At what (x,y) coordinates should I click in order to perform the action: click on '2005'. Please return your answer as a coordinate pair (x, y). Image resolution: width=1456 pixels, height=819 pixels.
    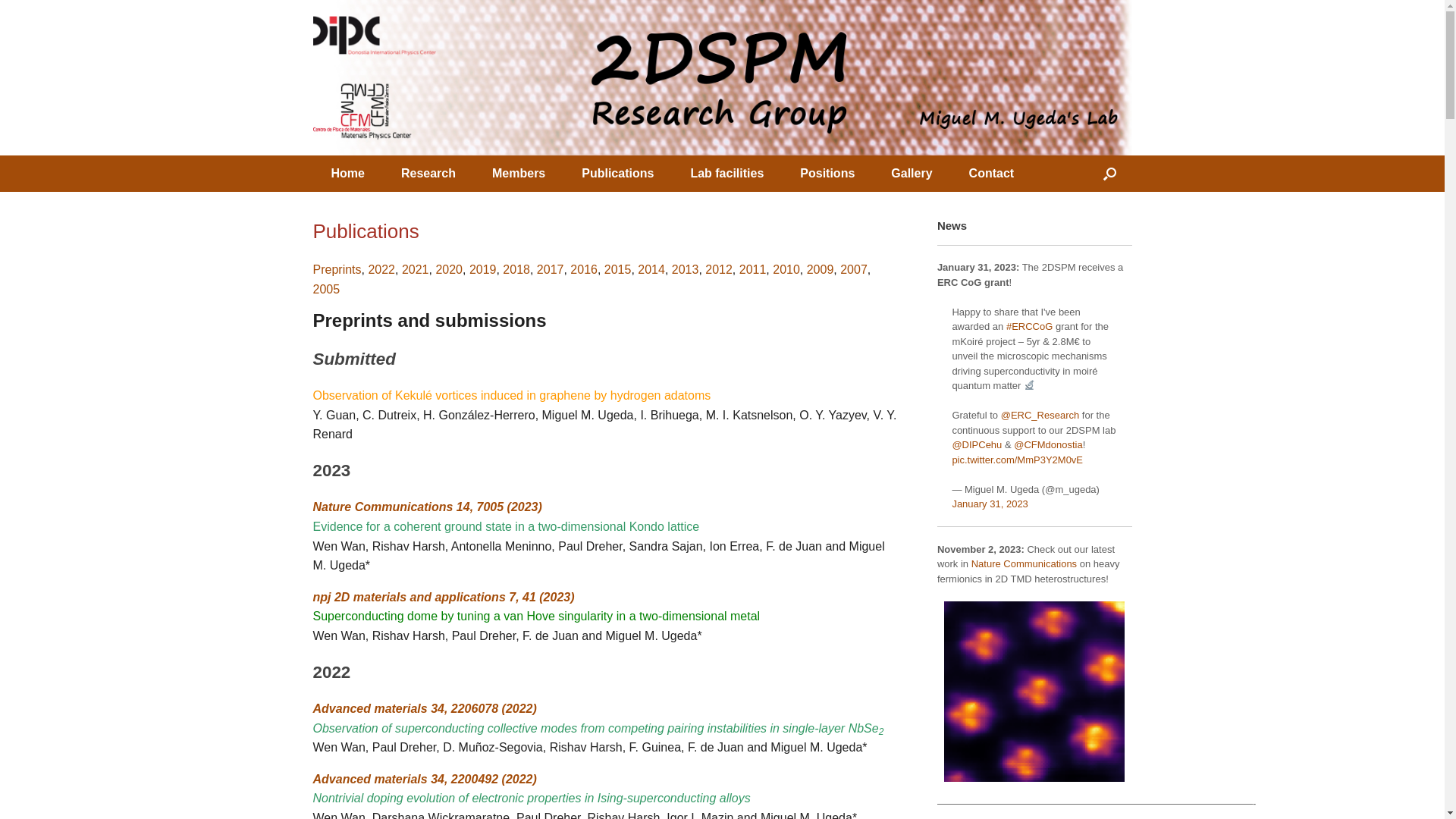
    Looking at the image, I should click on (325, 289).